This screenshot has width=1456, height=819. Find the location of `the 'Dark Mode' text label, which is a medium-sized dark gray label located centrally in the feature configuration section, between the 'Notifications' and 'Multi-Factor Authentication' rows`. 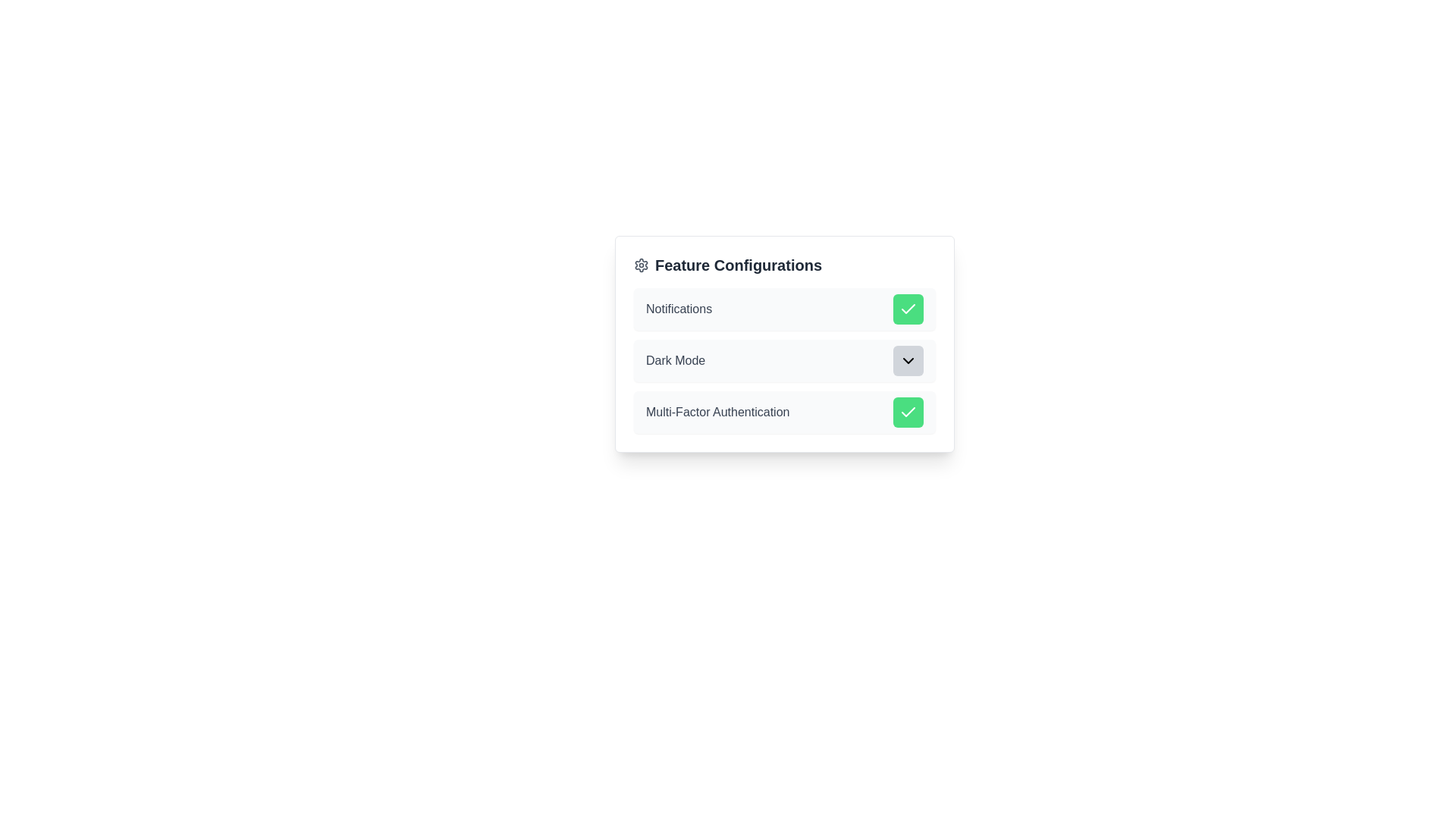

the 'Dark Mode' text label, which is a medium-sized dark gray label located centrally in the feature configuration section, between the 'Notifications' and 'Multi-Factor Authentication' rows is located at coordinates (675, 360).